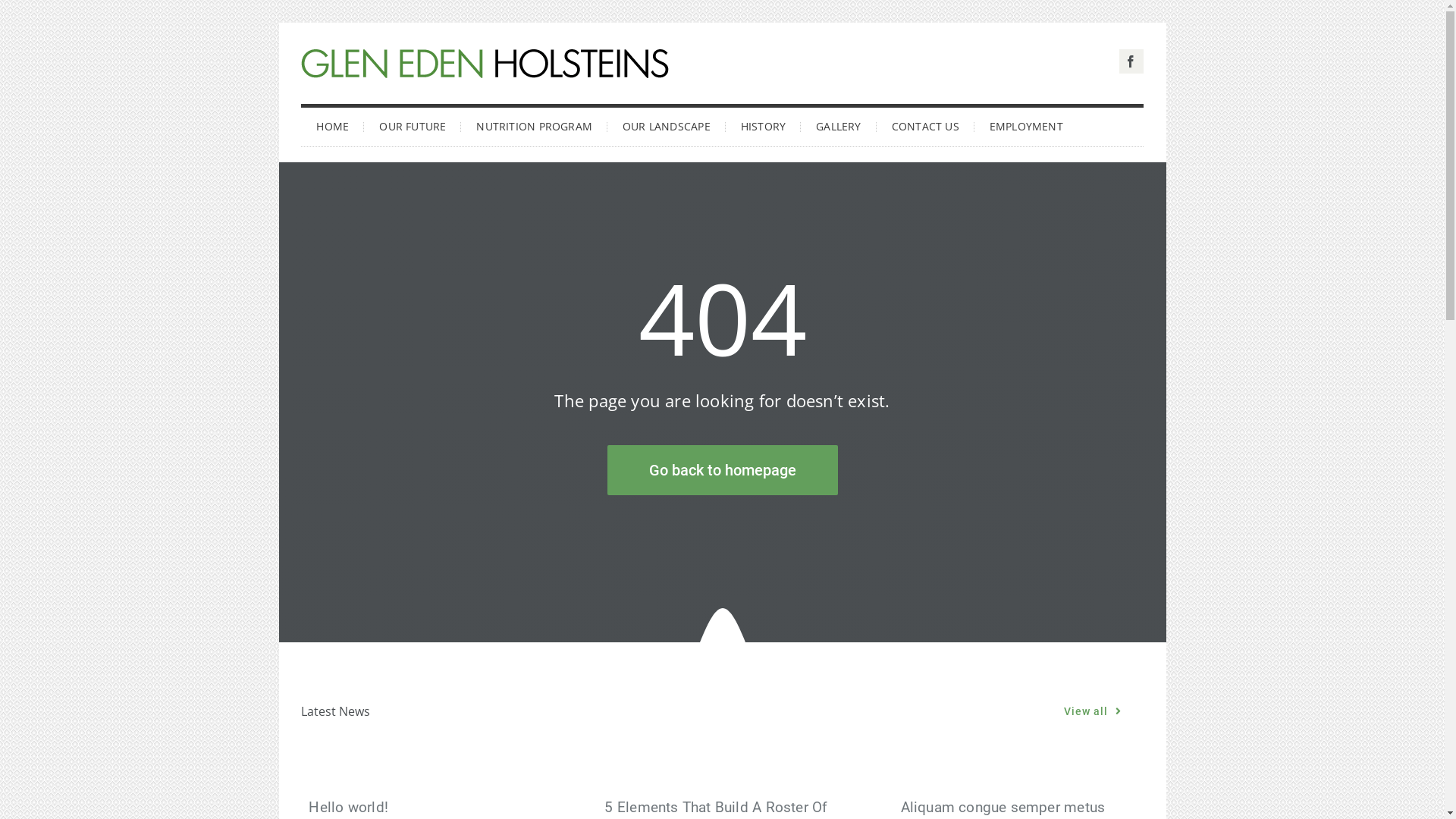 Image resolution: width=1456 pixels, height=819 pixels. What do you see at coordinates (666, 124) in the screenshot?
I see `'OUR LANDSCAPE'` at bounding box center [666, 124].